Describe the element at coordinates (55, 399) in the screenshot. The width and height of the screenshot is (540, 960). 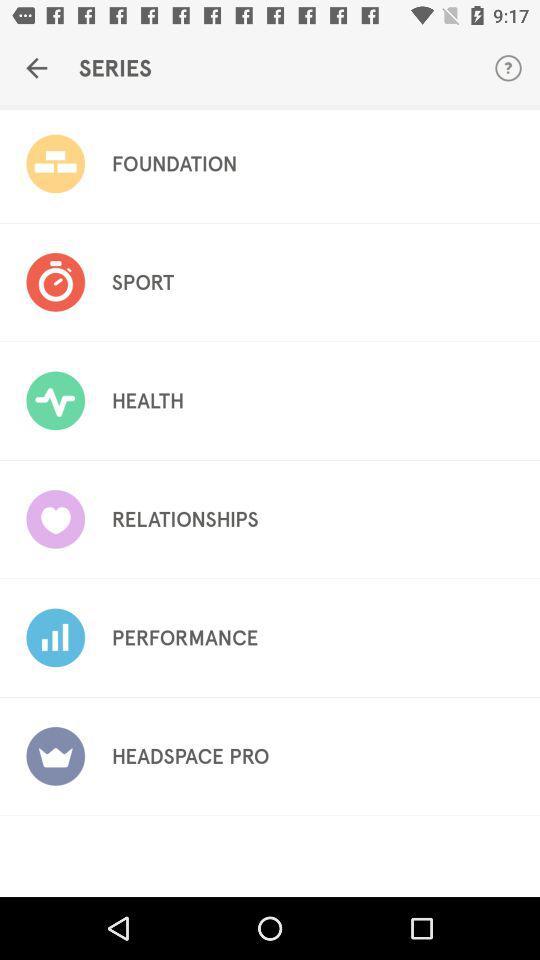
I see `the icon of health` at that location.